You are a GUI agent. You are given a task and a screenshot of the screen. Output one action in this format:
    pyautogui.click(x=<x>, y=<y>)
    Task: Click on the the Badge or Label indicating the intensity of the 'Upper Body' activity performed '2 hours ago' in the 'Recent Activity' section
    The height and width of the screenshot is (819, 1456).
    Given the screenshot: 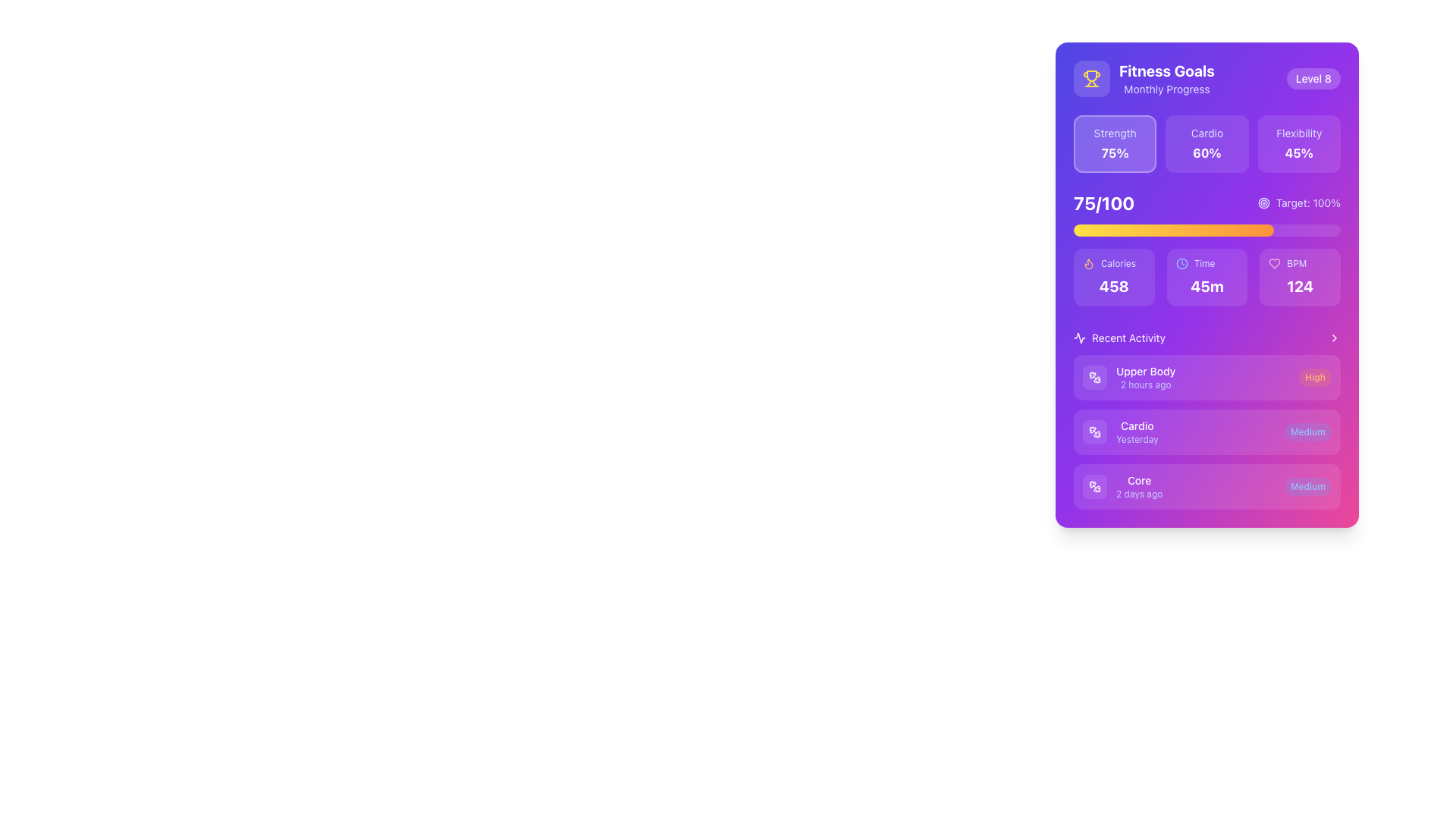 What is the action you would take?
    pyautogui.click(x=1314, y=376)
    